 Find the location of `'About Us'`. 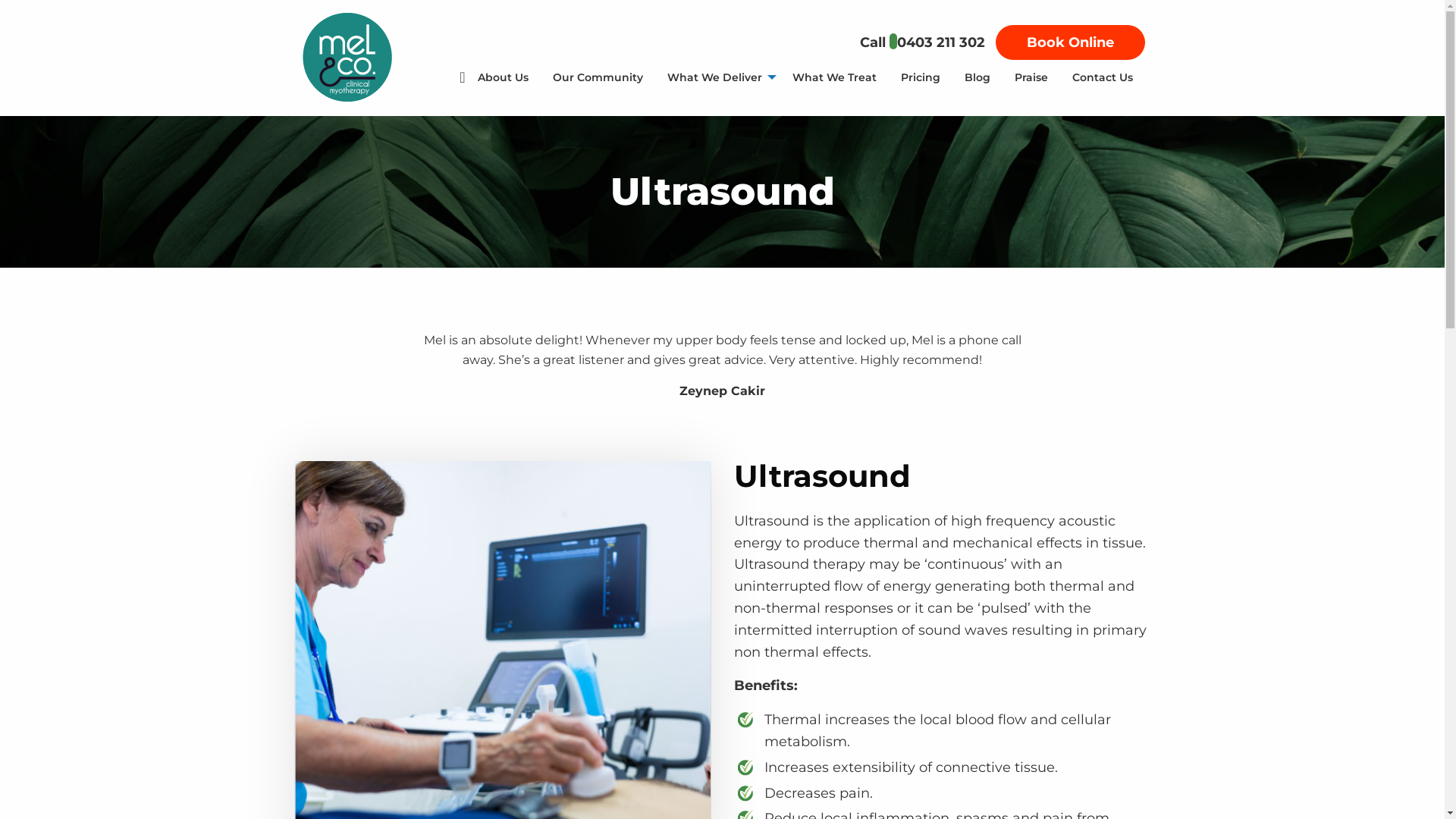

'About Us' is located at coordinates (503, 77).